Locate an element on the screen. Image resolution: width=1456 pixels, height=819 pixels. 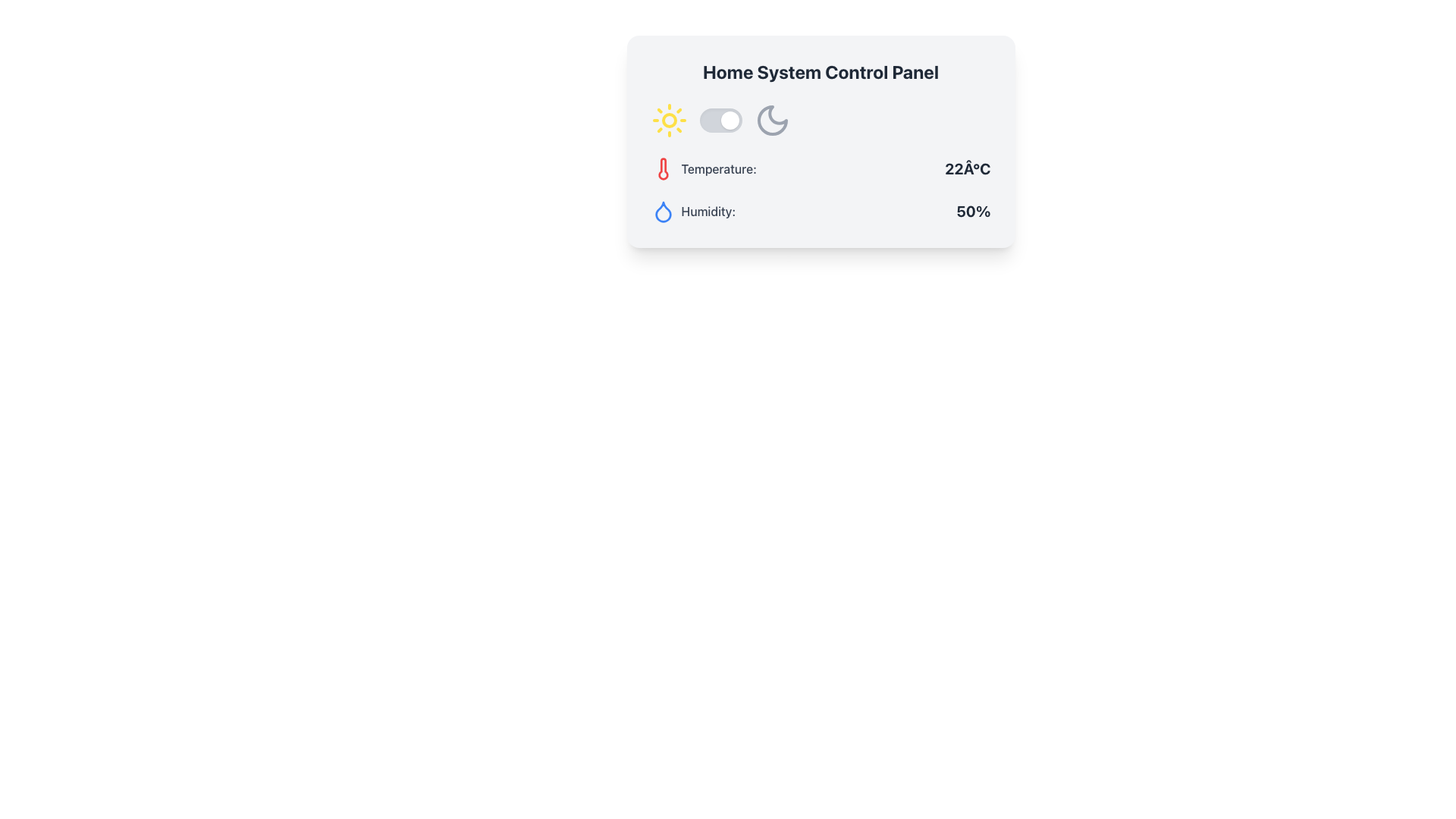
the crescent moon icon representing the 'nighttime' theme in the system control panel, located near the center of the control panel interface is located at coordinates (772, 119).